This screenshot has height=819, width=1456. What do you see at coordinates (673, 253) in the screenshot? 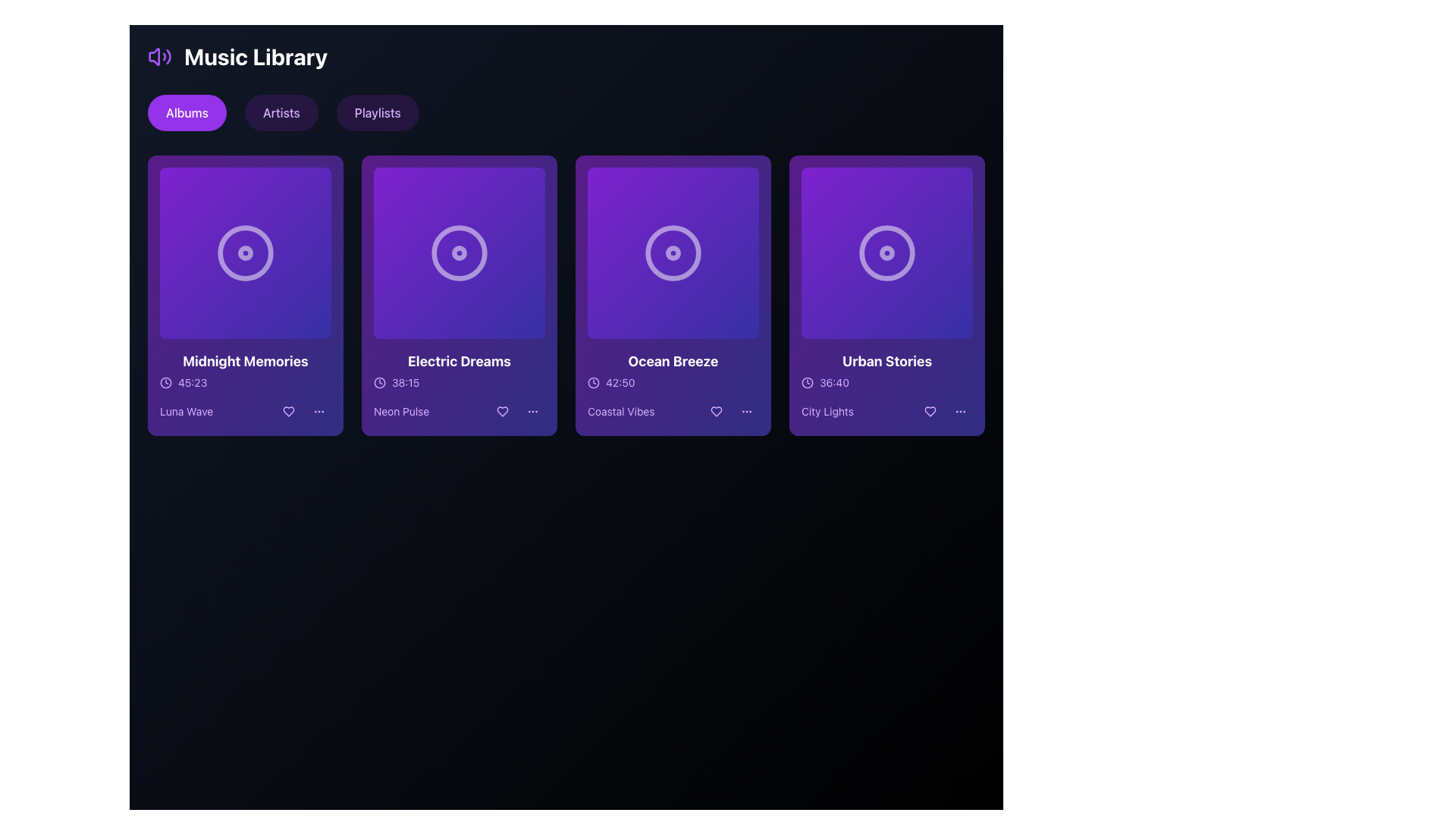
I see `the triangular play icon pointing to the right, which is centrally positioned within a circular outline on the 'Ocean Breeze' card` at bounding box center [673, 253].